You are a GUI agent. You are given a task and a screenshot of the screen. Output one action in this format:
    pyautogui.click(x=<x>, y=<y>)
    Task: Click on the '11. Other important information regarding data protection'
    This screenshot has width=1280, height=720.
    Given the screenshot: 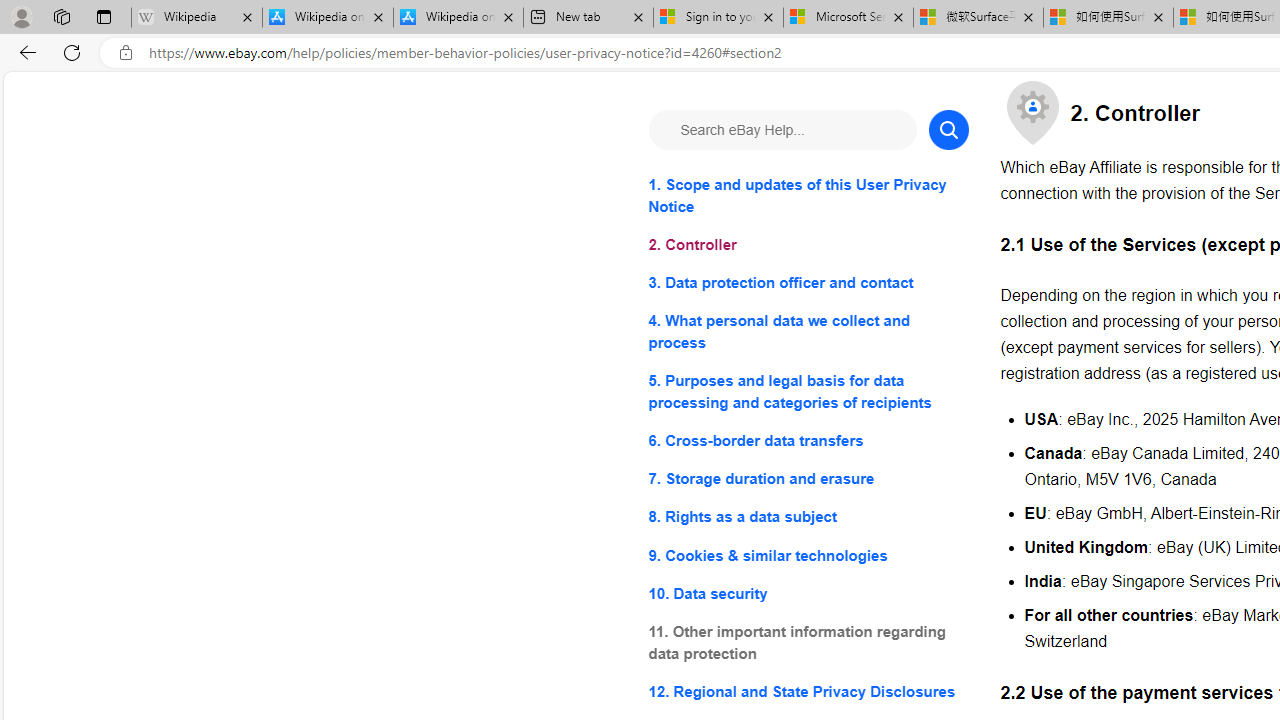 What is the action you would take?
    pyautogui.click(x=808, y=642)
    